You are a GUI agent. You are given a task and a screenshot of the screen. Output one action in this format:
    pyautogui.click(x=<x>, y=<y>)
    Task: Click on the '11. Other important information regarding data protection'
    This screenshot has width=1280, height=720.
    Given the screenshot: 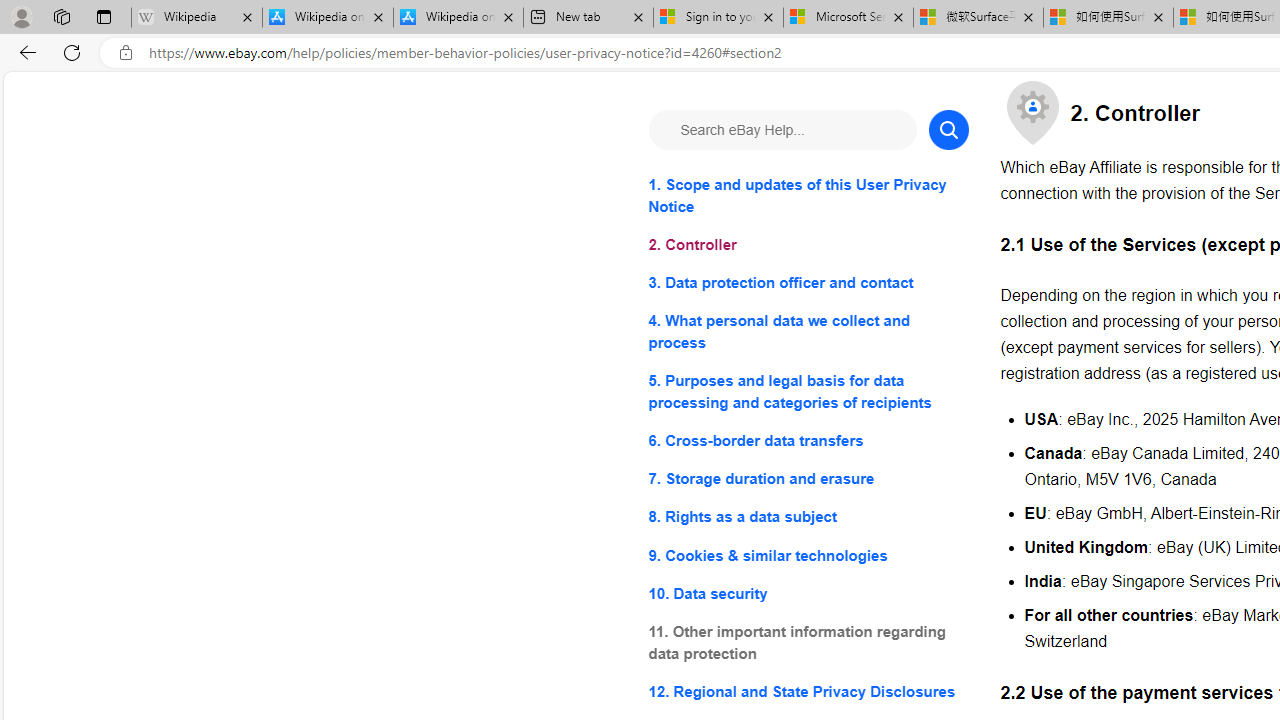 What is the action you would take?
    pyautogui.click(x=808, y=642)
    